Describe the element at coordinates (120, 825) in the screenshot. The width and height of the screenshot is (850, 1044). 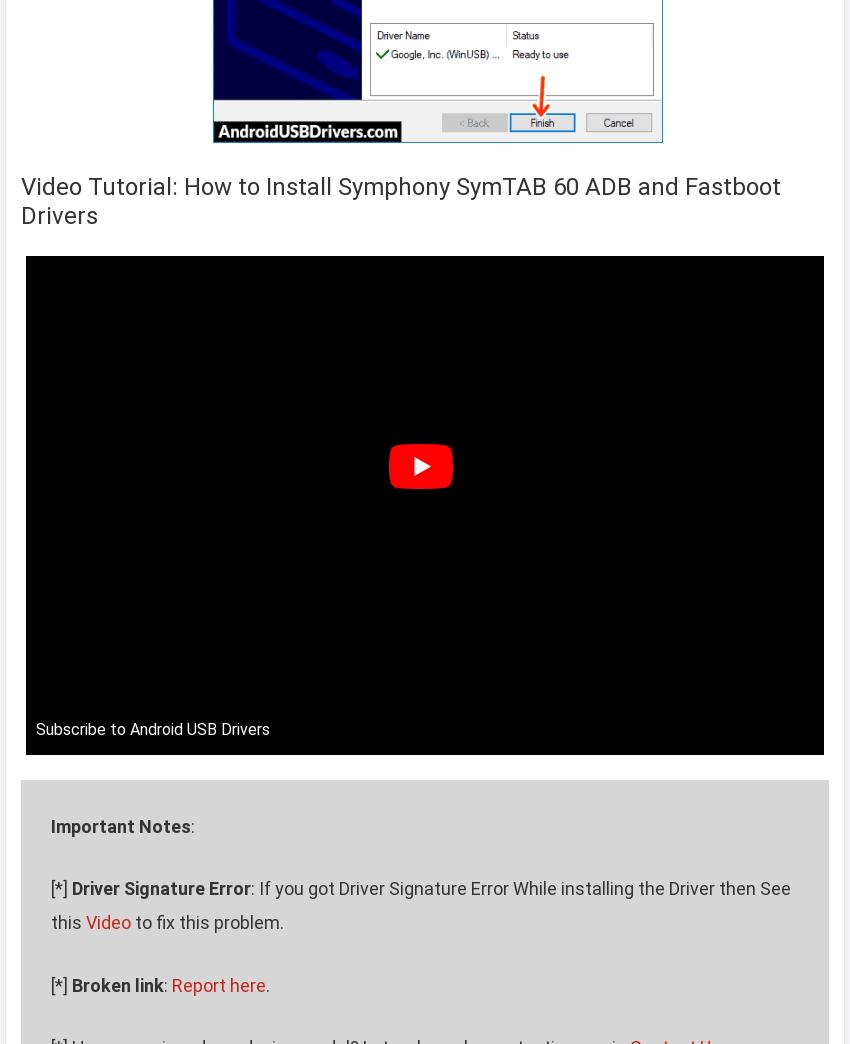
I see `'Important Notes'` at that location.